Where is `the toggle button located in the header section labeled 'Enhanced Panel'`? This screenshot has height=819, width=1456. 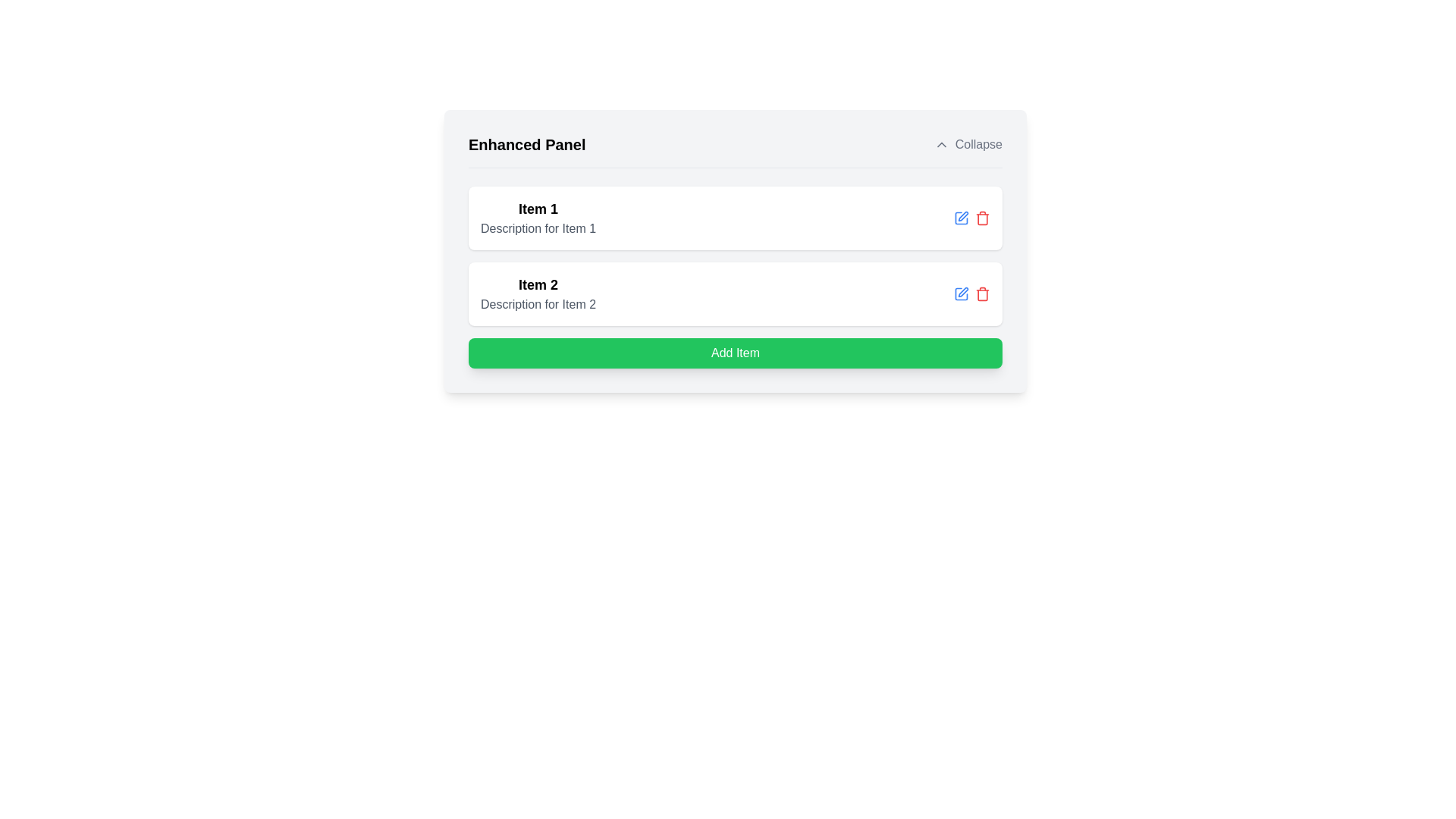 the toggle button located in the header section labeled 'Enhanced Panel' is located at coordinates (967, 145).